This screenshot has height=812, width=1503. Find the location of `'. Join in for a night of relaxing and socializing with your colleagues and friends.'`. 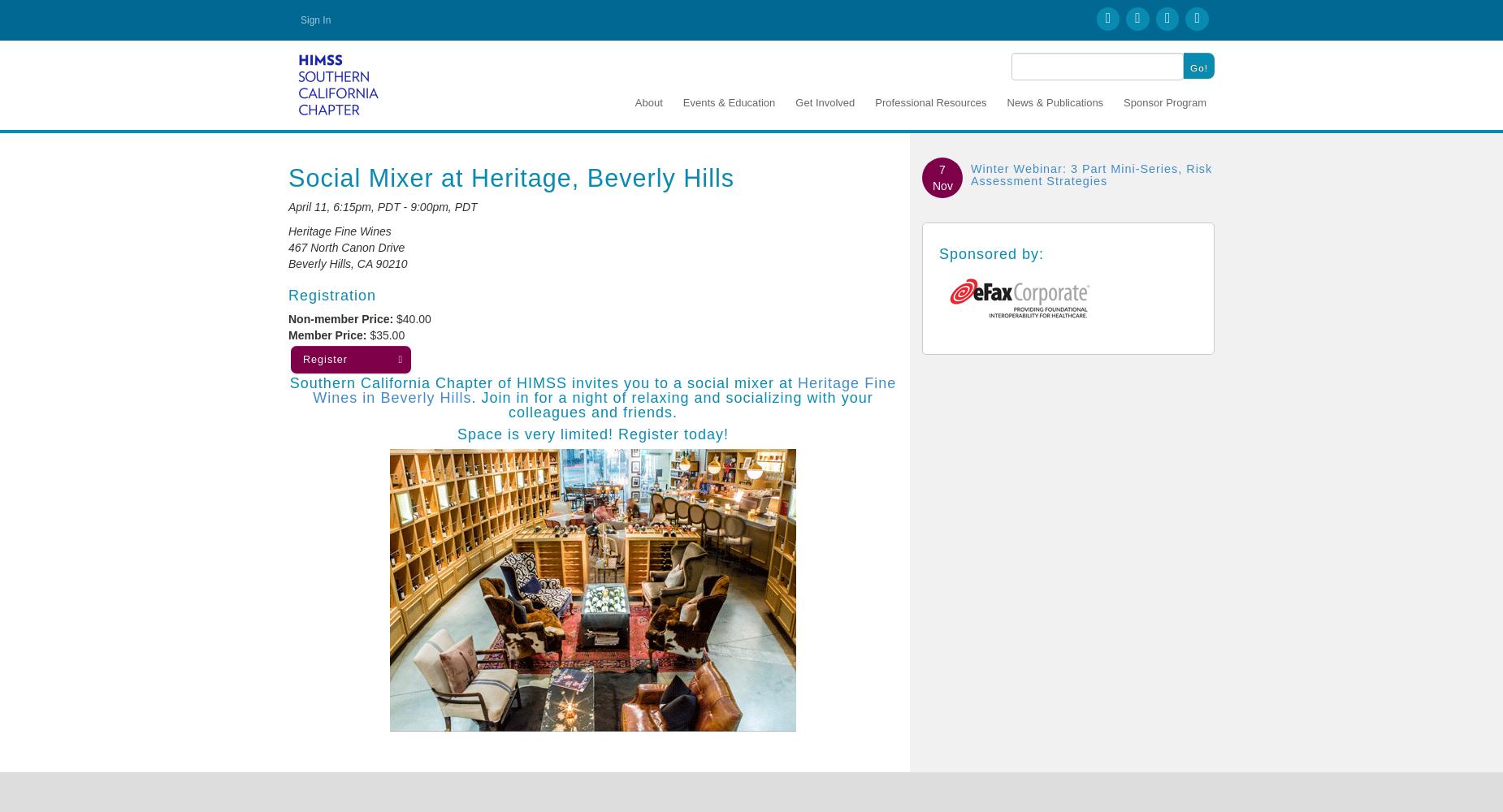

'. Join in for a night of relaxing and socializing with your colleagues and friends.' is located at coordinates (470, 404).